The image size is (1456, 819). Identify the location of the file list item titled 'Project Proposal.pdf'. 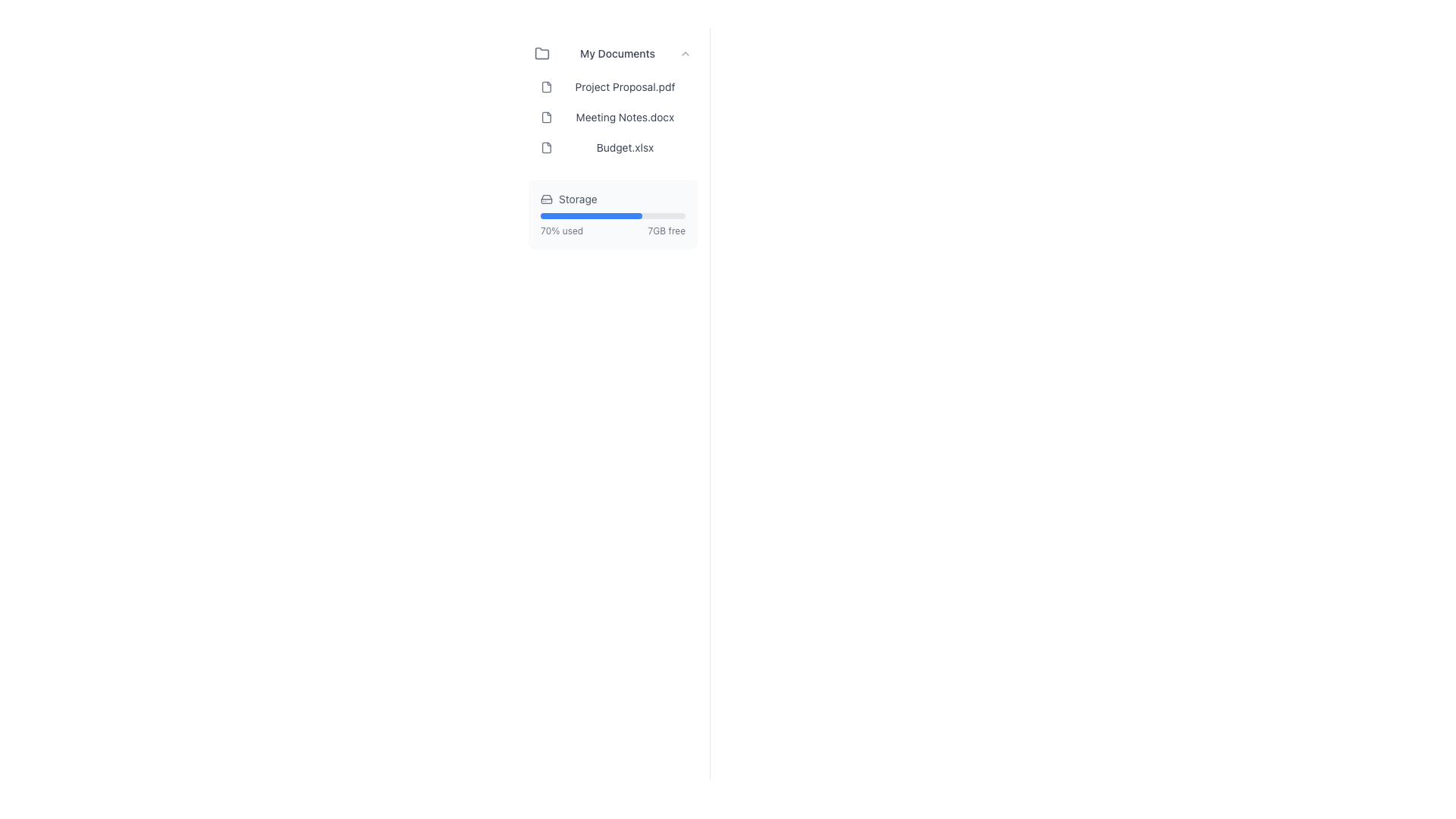
(616, 87).